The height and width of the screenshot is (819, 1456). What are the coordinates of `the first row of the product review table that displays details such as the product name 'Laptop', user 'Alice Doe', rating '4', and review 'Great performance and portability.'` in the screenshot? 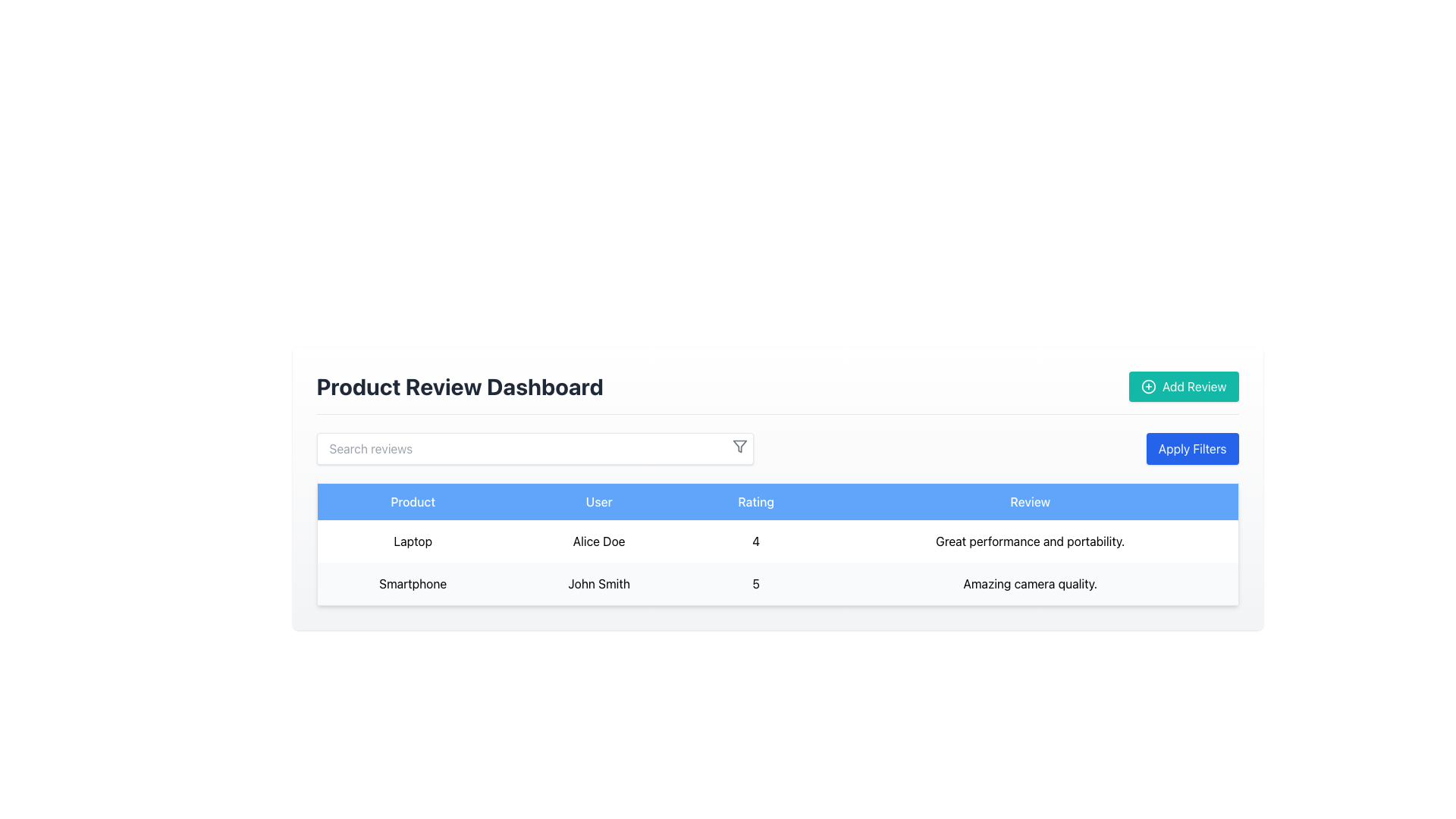 It's located at (777, 540).